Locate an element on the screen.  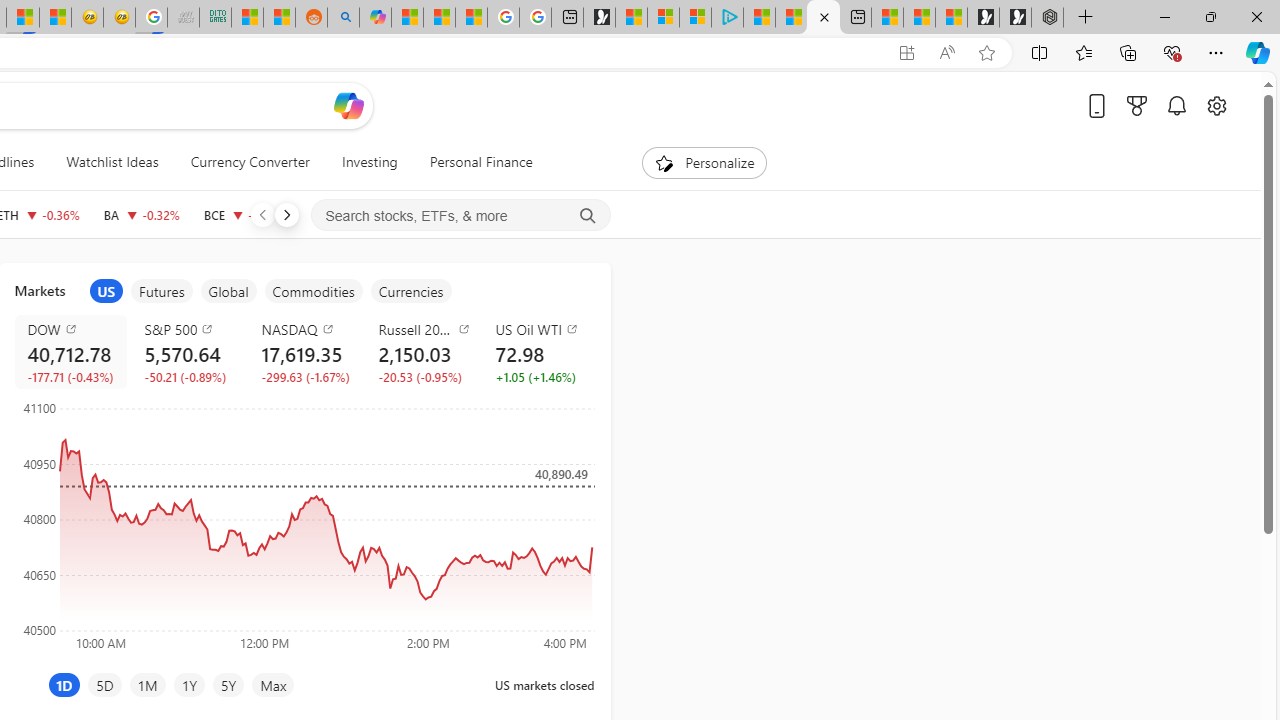
'Investing' is located at coordinates (369, 162).